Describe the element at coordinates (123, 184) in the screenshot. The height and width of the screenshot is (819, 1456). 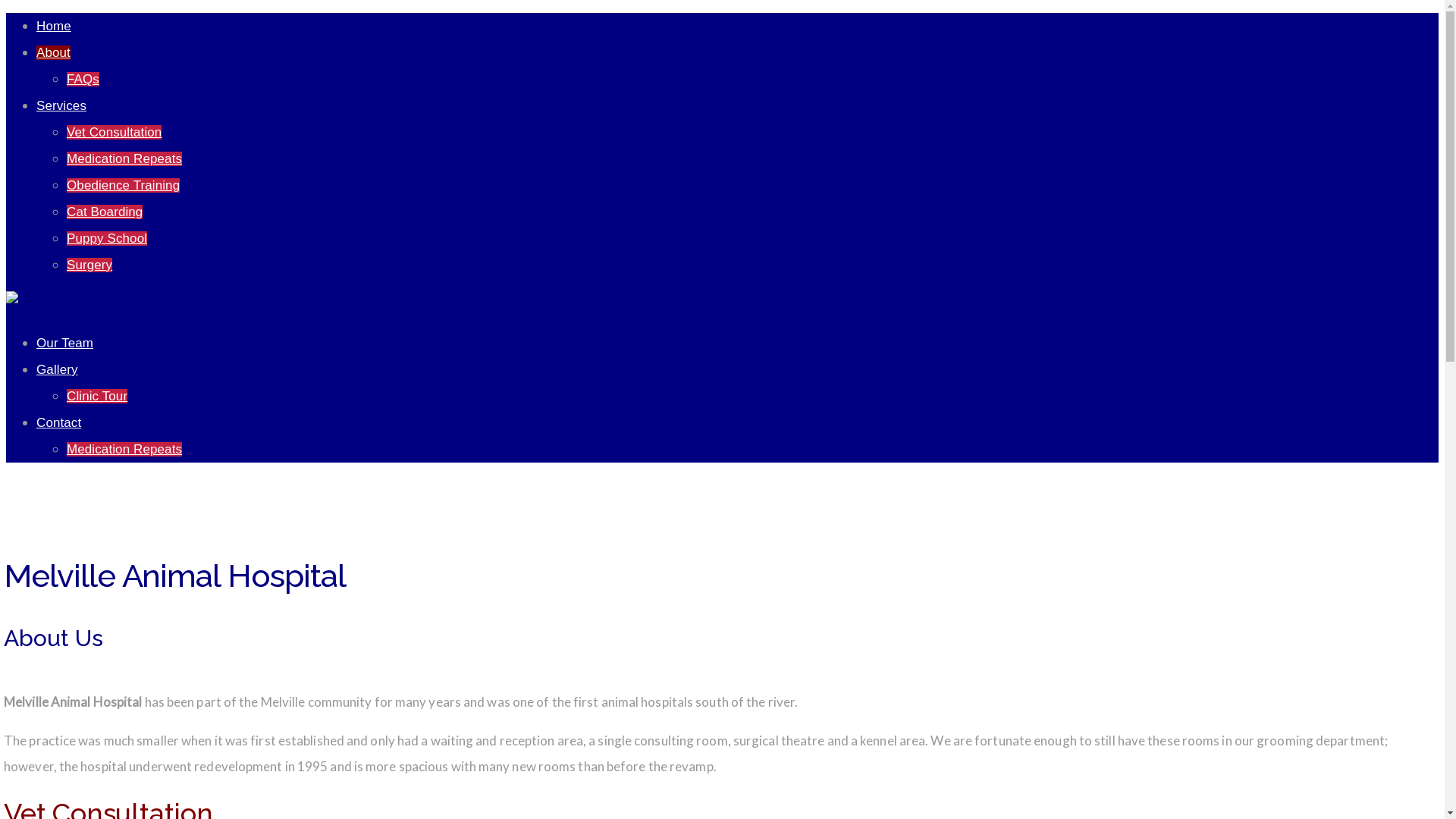
I see `'Obedience Training'` at that location.